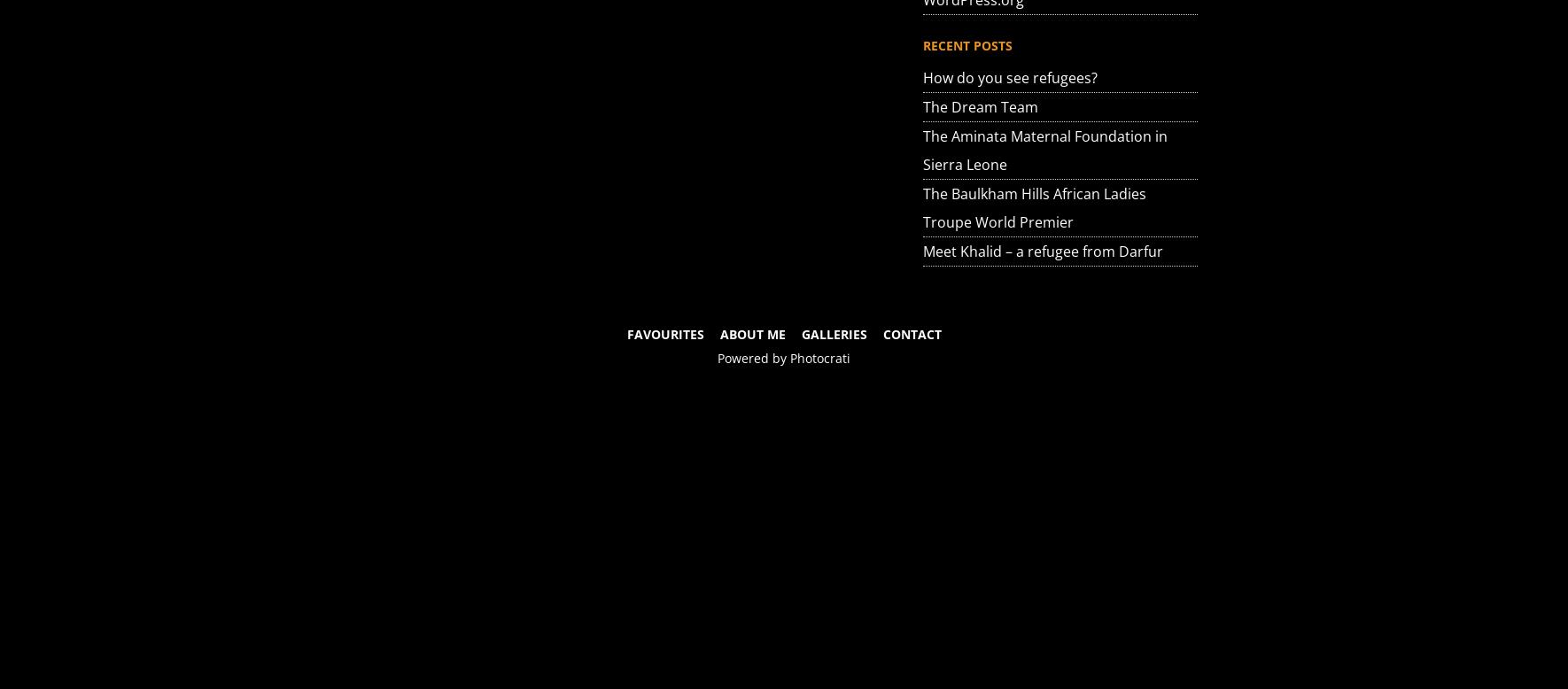 The width and height of the screenshot is (1568, 689). What do you see at coordinates (1045, 150) in the screenshot?
I see `'The Aminata Maternal Foundation in Sierra Leone'` at bounding box center [1045, 150].